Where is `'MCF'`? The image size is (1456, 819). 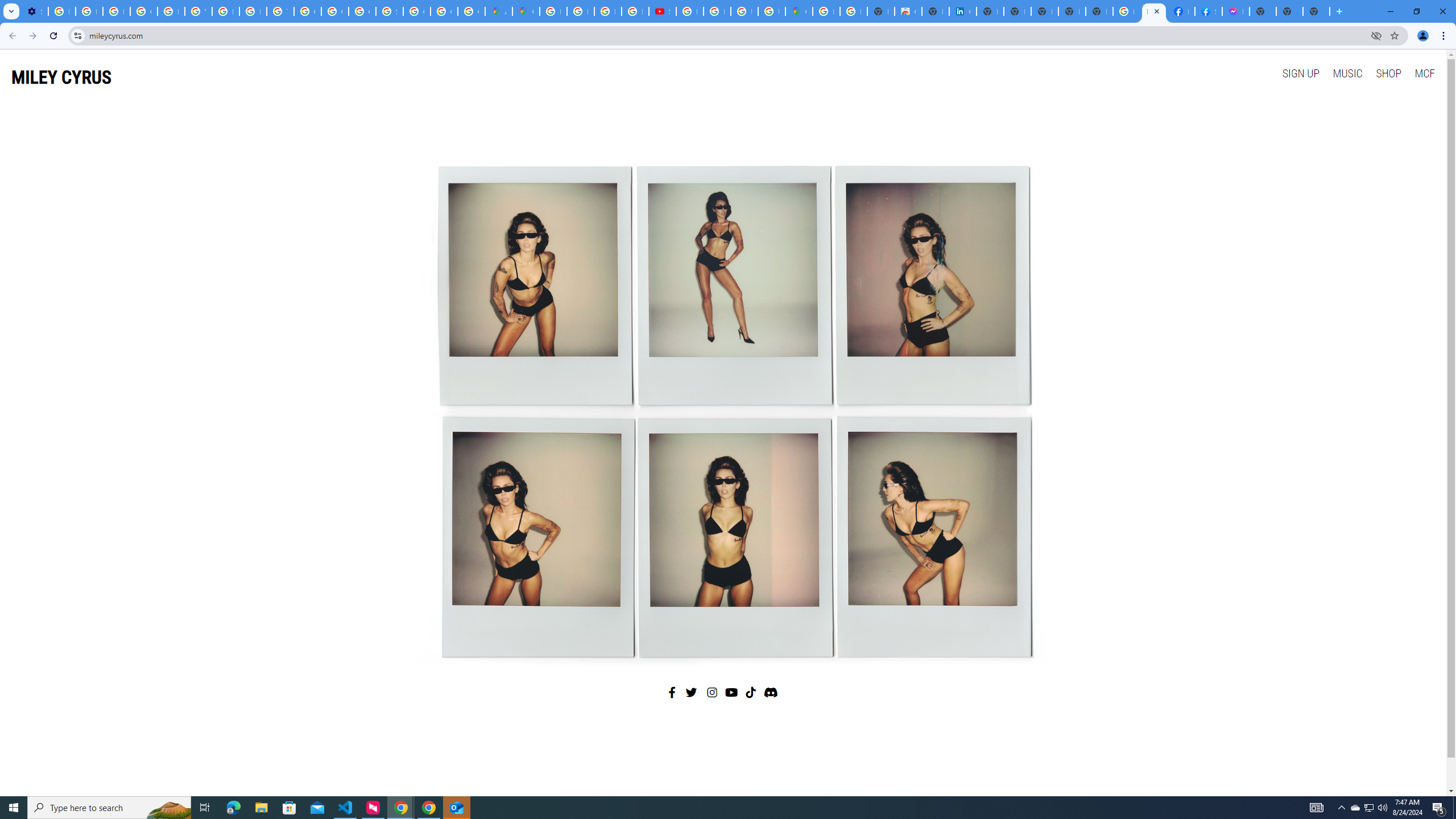 'MCF' is located at coordinates (1424, 72).